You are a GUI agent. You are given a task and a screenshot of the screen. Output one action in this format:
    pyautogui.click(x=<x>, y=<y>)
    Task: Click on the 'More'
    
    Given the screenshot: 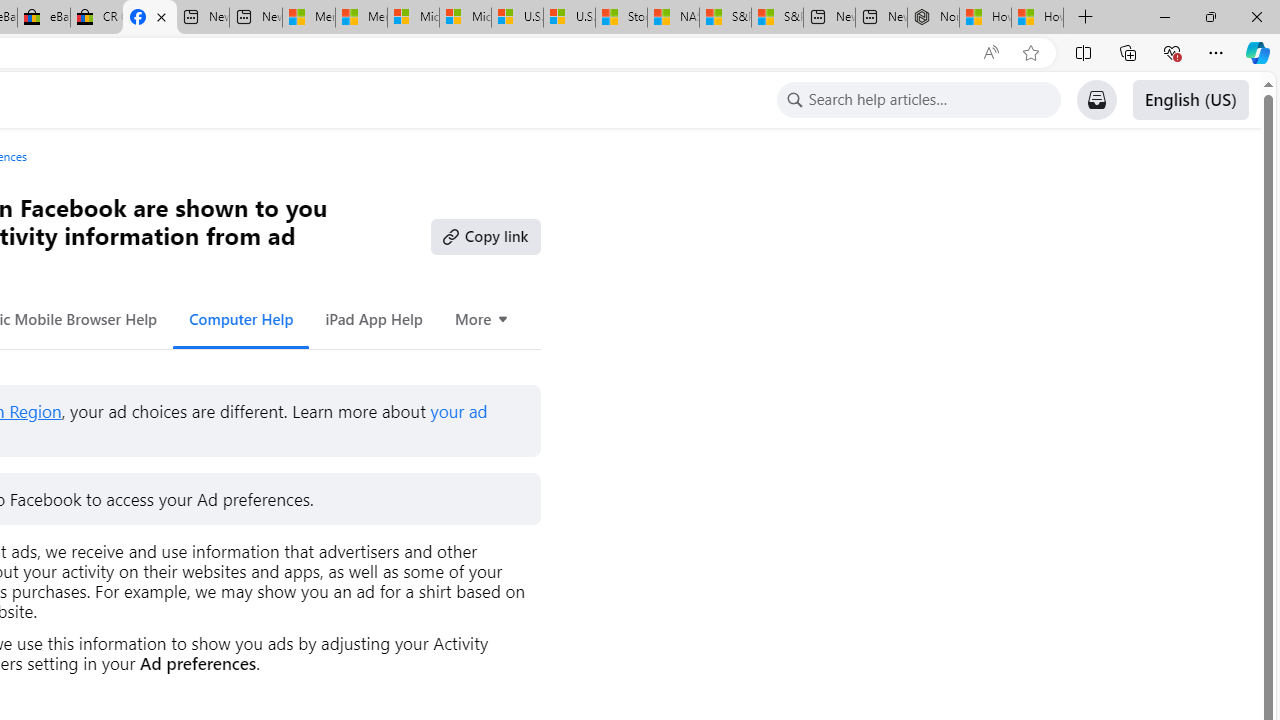 What is the action you would take?
    pyautogui.click(x=482, y=318)
    